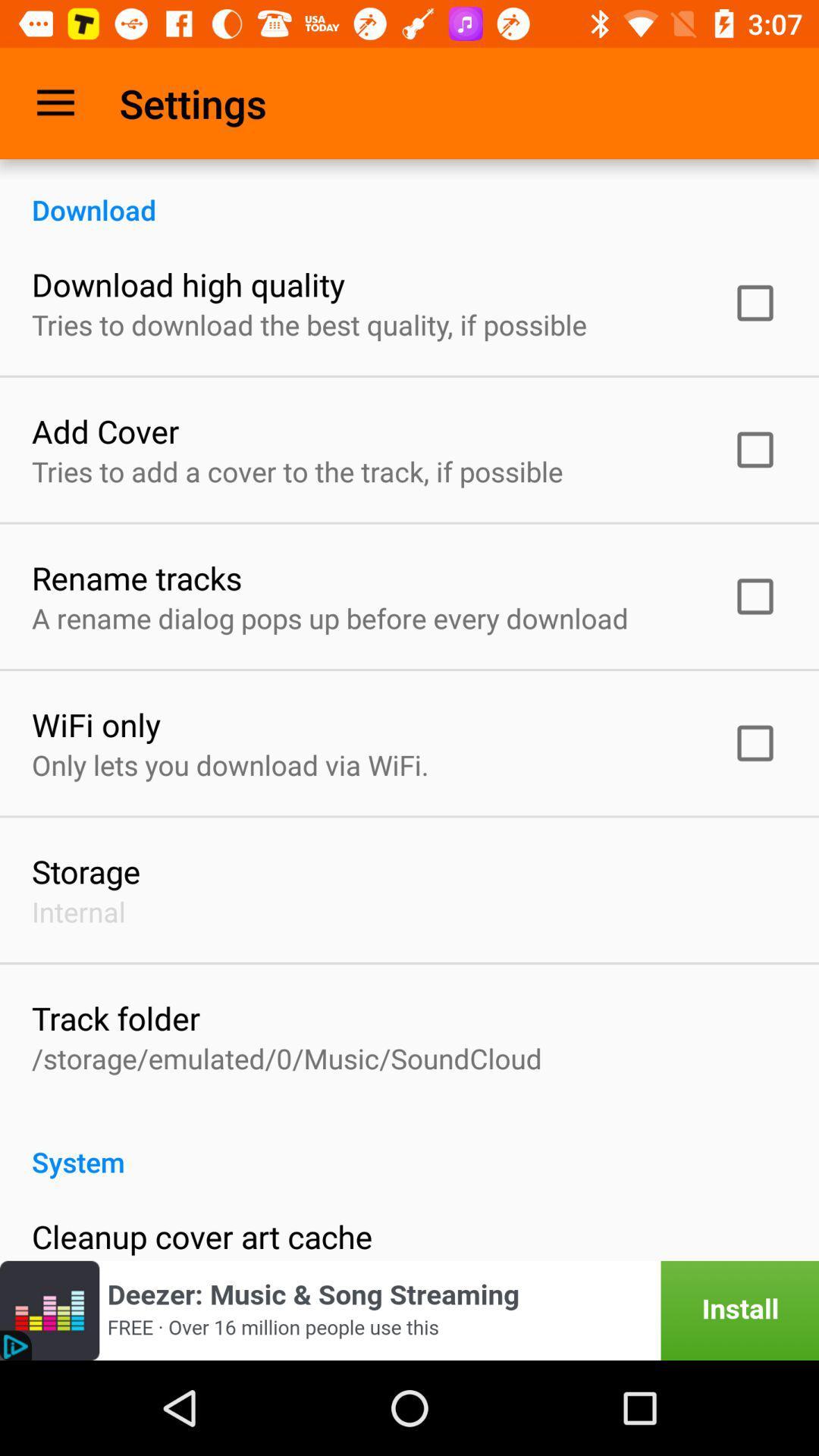 The image size is (819, 1456). Describe the element at coordinates (230, 764) in the screenshot. I see `the item above the storage icon` at that location.